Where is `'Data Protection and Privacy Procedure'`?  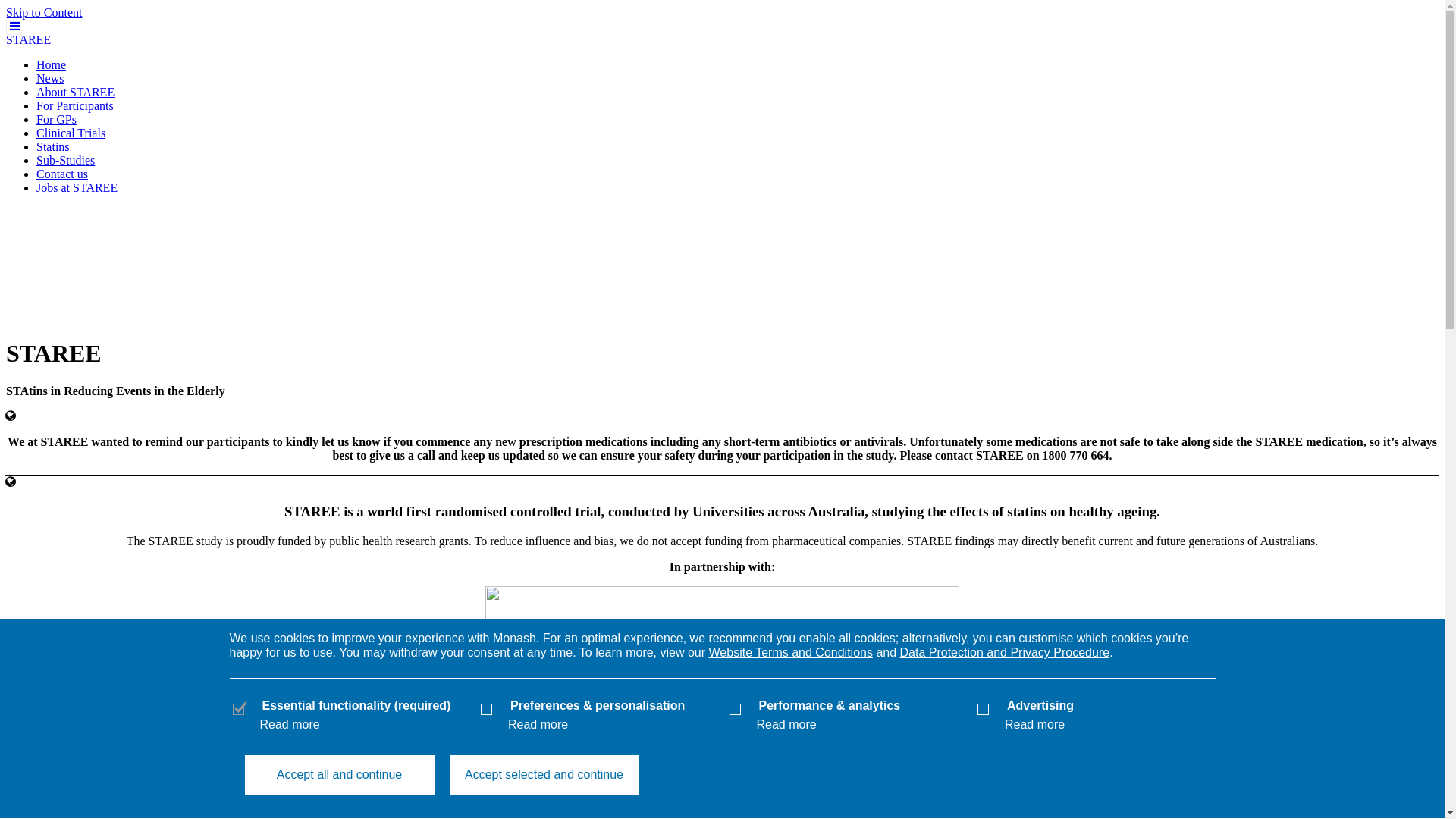 'Data Protection and Privacy Procedure' is located at coordinates (899, 651).